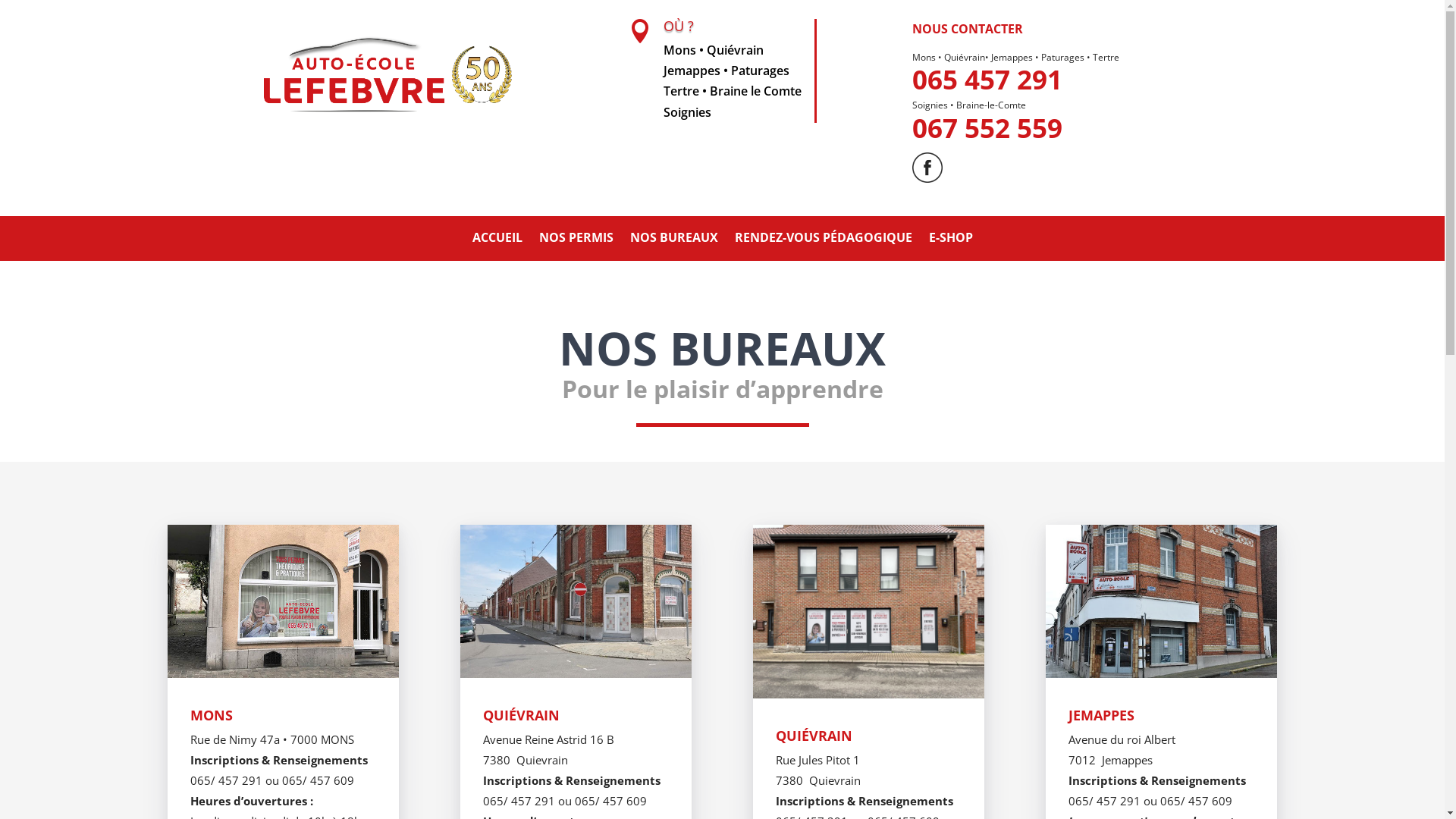 The height and width of the screenshot is (819, 1456). What do you see at coordinates (673, 239) in the screenshot?
I see `'NOS BUREAUX'` at bounding box center [673, 239].